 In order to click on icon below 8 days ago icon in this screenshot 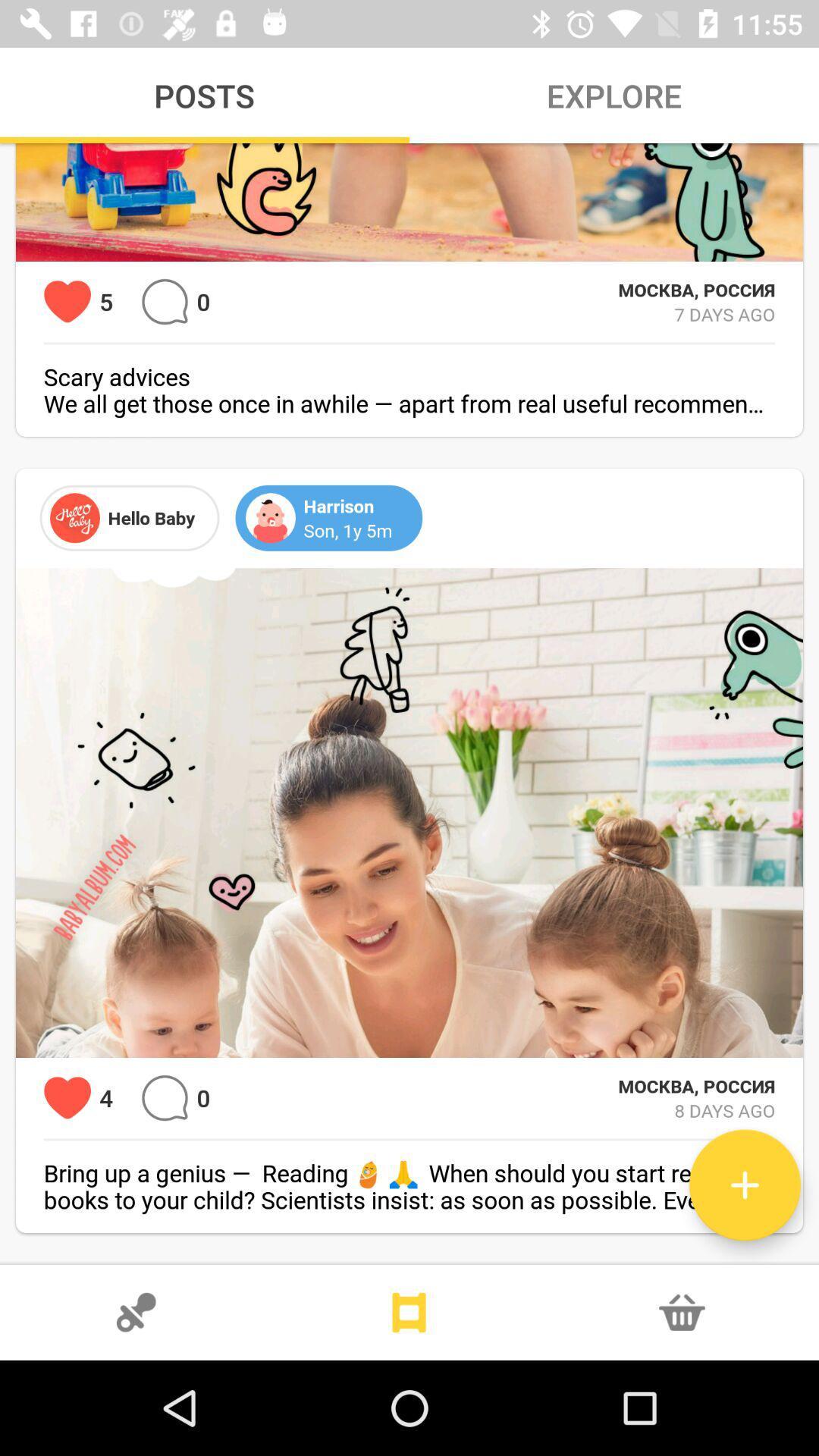, I will do `click(744, 1185)`.